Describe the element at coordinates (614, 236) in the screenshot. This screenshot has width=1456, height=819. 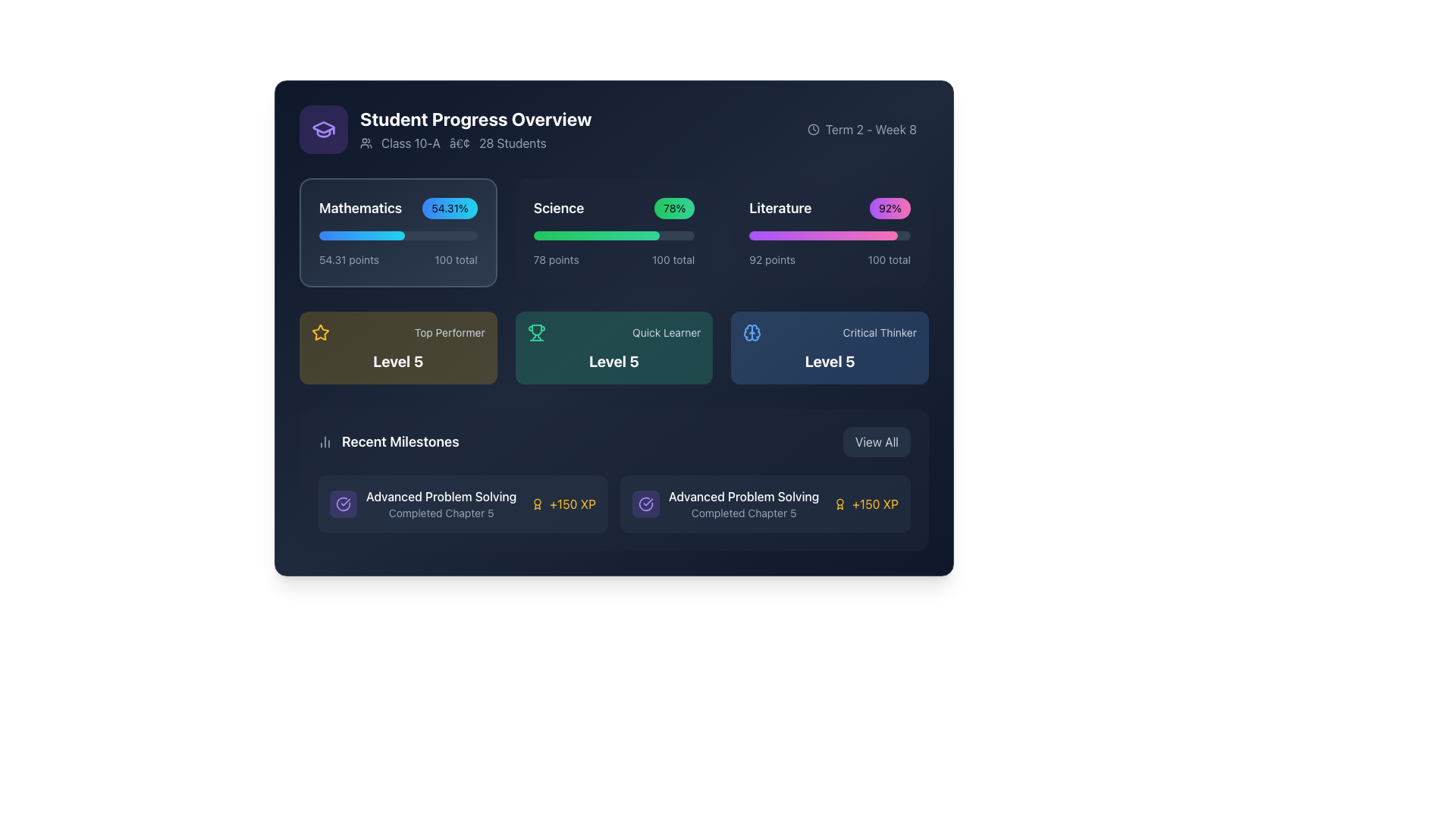
I see `the horizontal rectangular progress bar in the 'Science' section, which has a dark gray background and a green gradient-filled portion indicating 78% completion` at that location.